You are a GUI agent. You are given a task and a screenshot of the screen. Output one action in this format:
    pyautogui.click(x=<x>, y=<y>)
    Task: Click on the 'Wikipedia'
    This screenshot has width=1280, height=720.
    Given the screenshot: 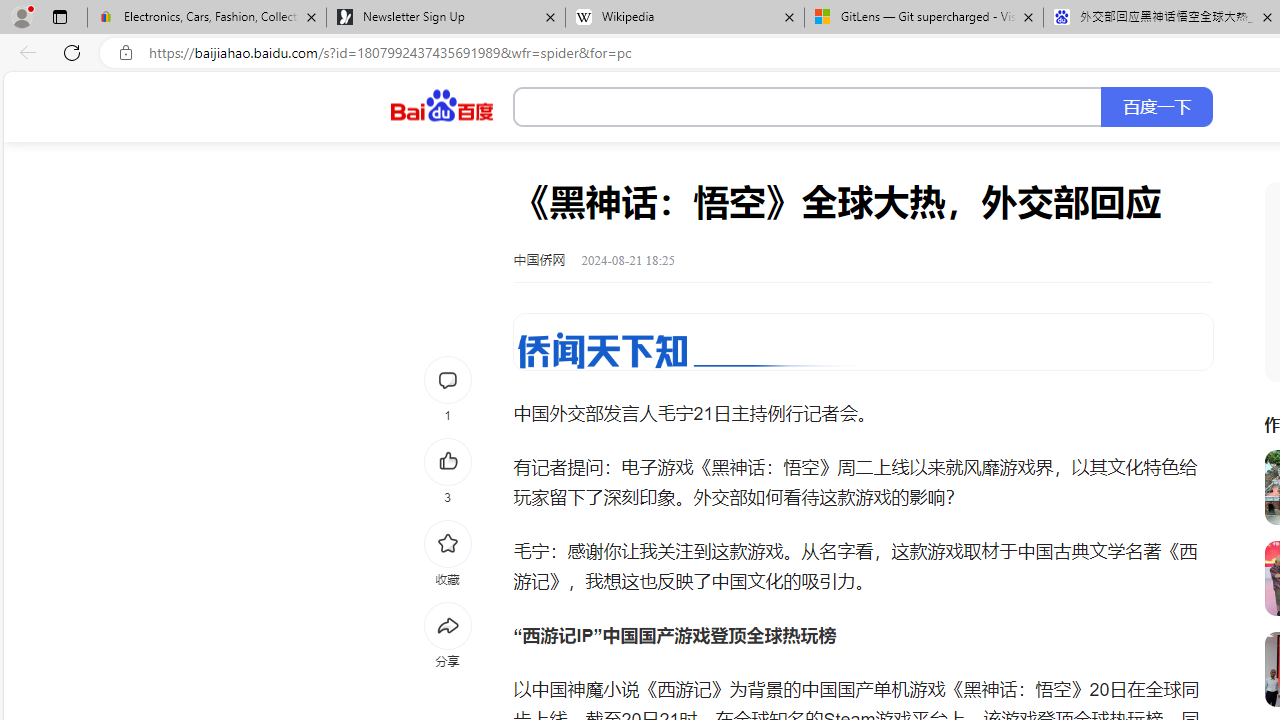 What is the action you would take?
    pyautogui.click(x=684, y=17)
    